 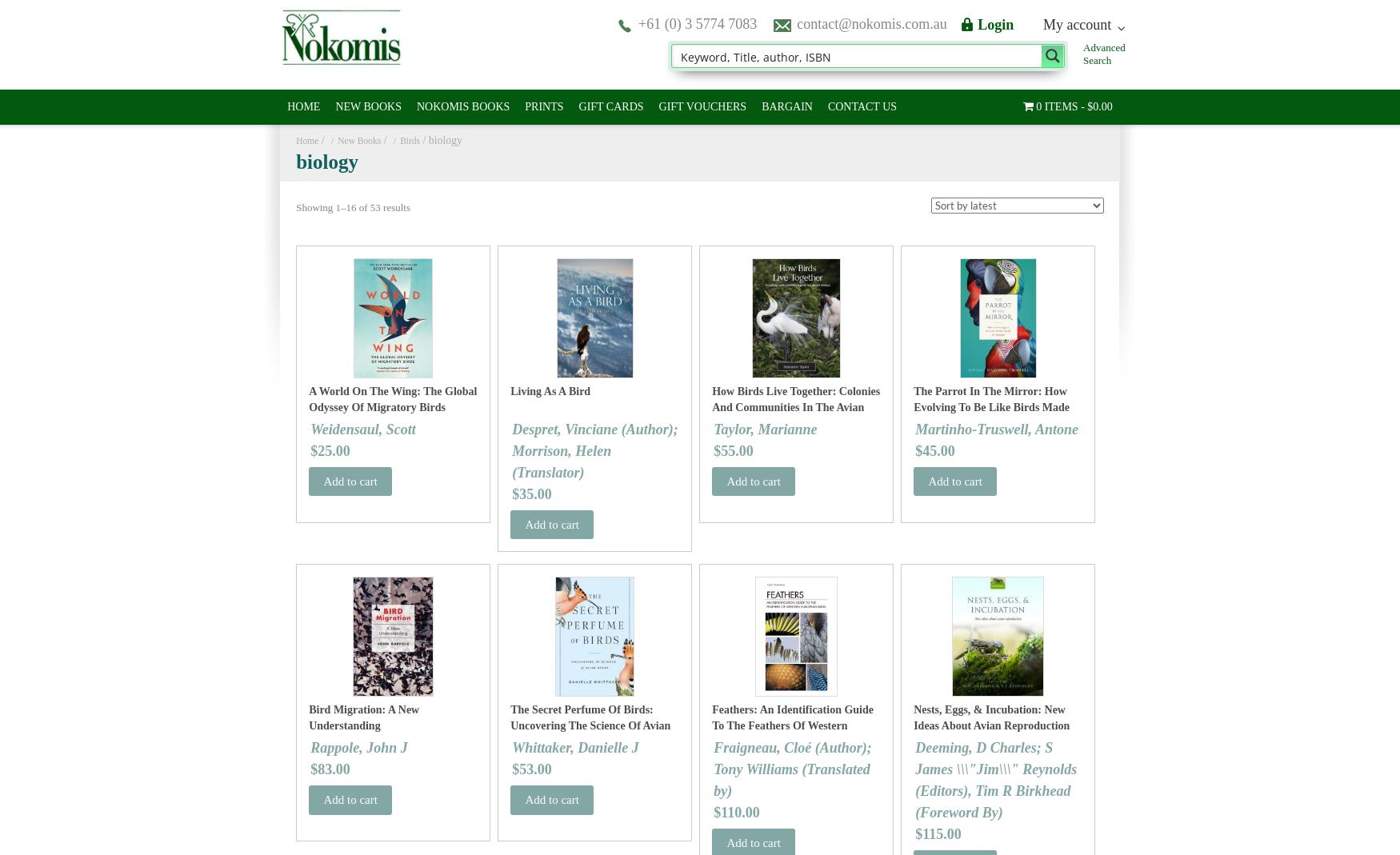 I want to click on 'Advanced Search', so click(x=1103, y=53).